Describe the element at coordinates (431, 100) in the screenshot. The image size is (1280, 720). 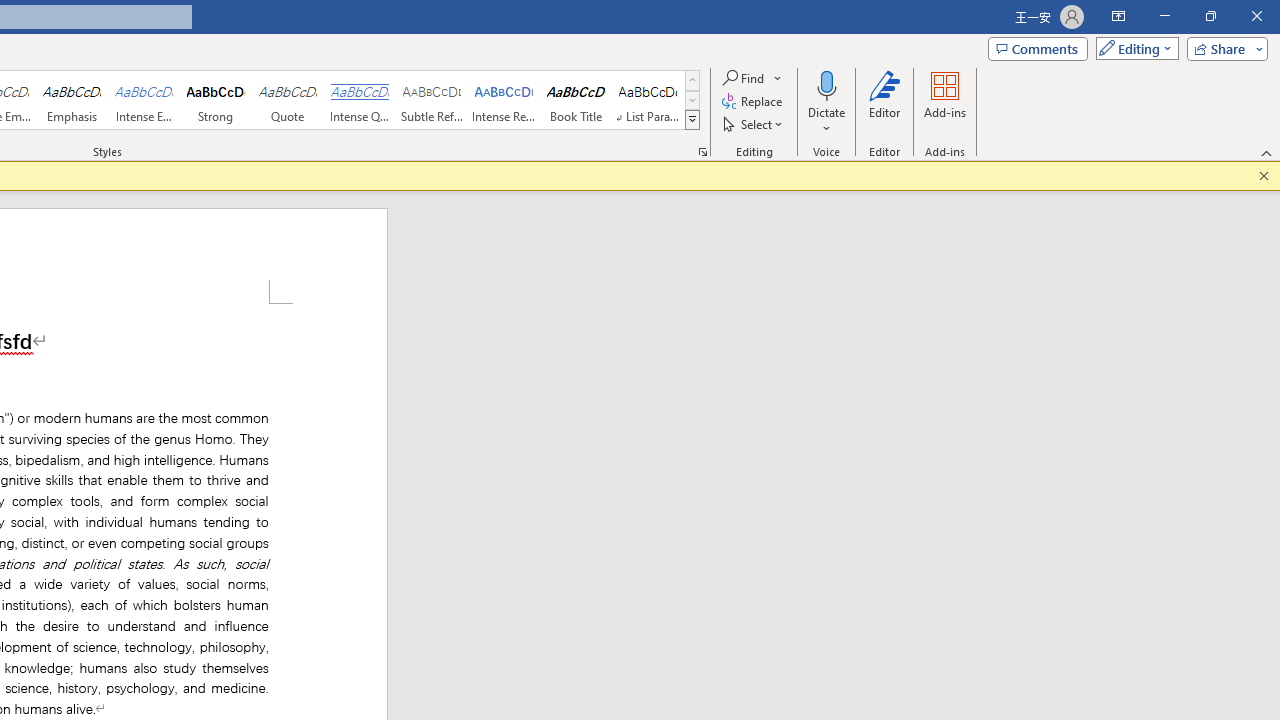
I see `'Subtle Reference'` at that location.